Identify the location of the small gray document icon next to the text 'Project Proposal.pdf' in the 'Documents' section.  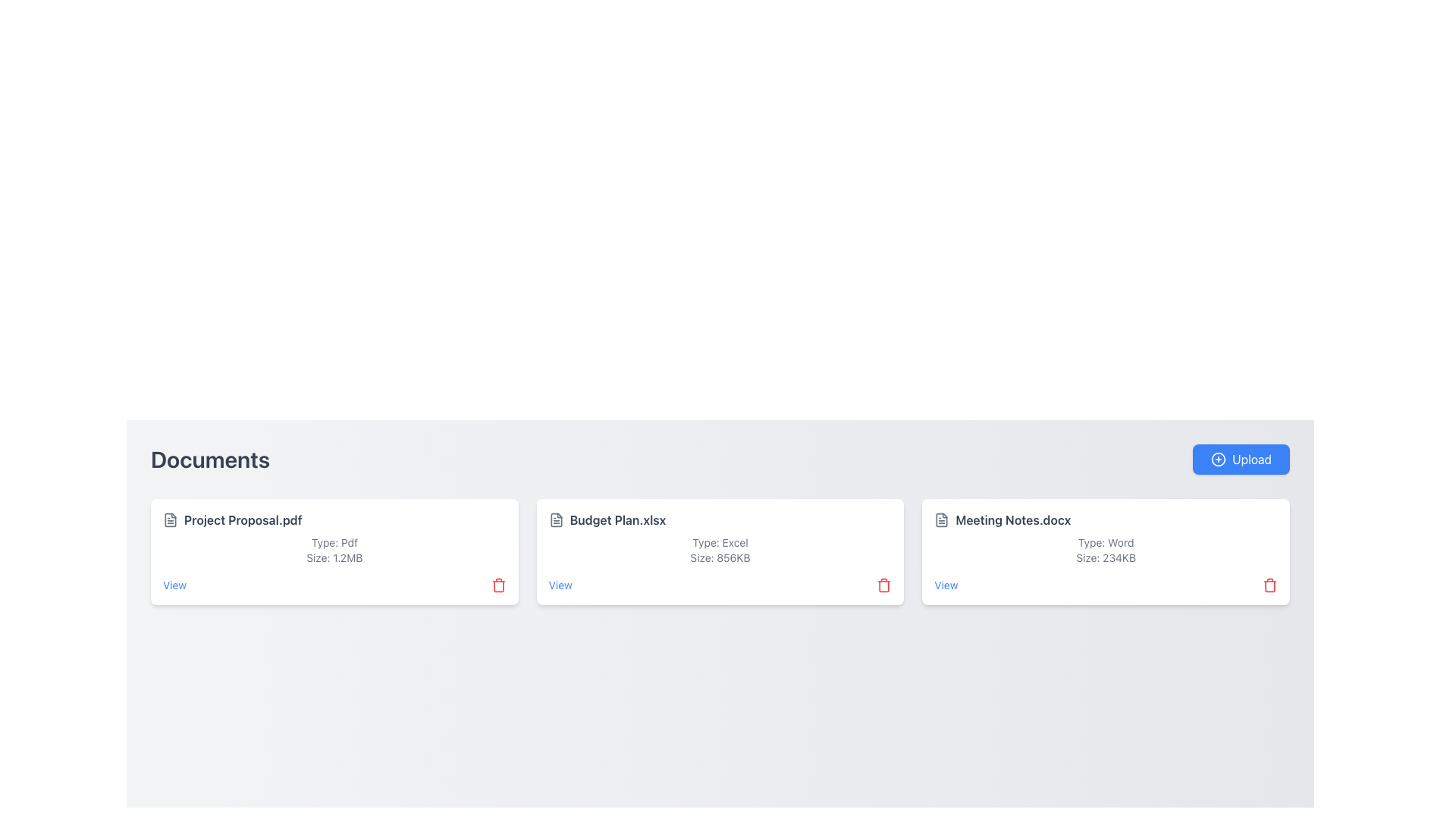
(171, 519).